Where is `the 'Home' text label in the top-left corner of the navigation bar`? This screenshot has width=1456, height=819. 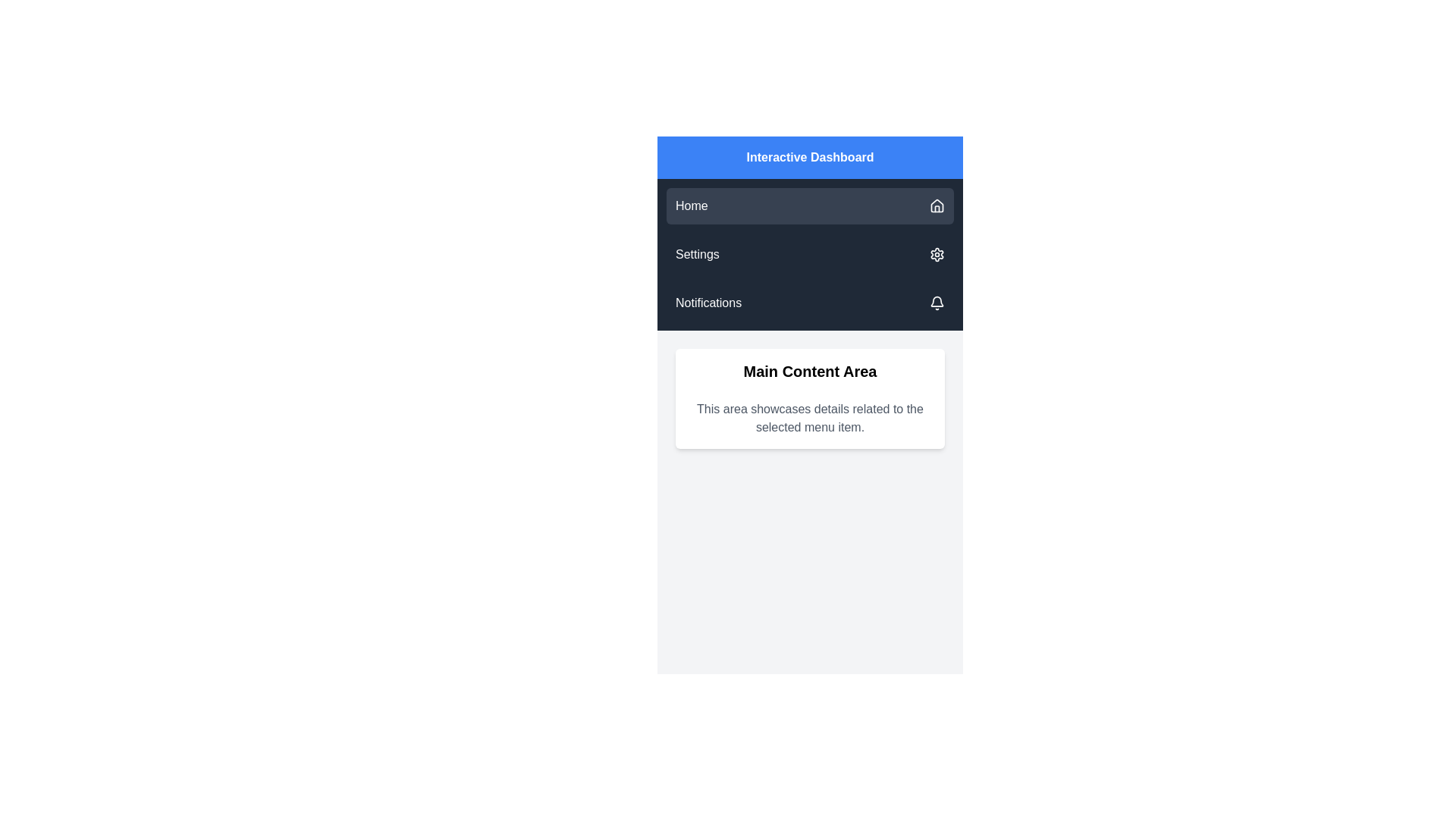 the 'Home' text label in the top-left corner of the navigation bar is located at coordinates (691, 206).